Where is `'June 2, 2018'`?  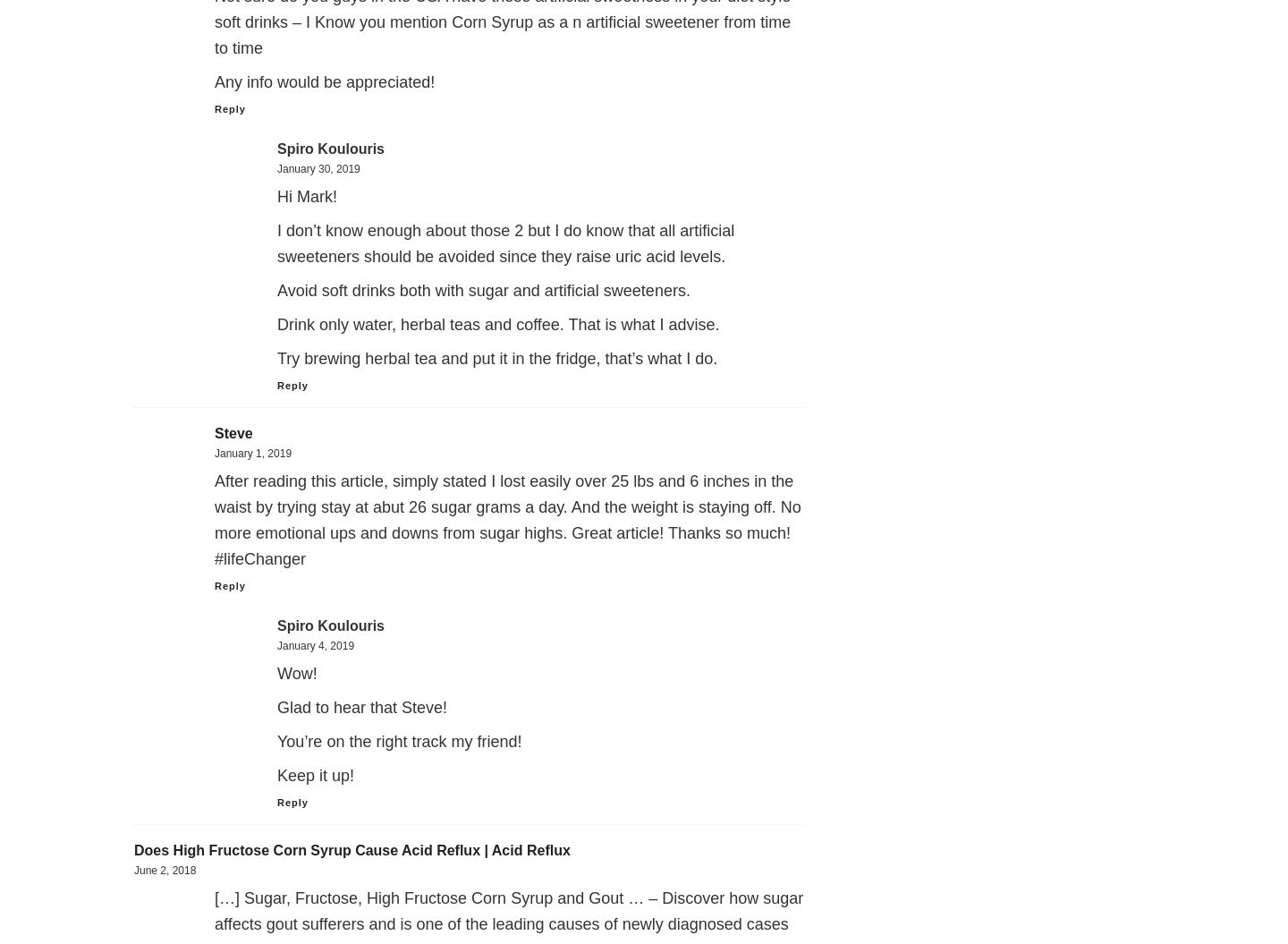
'June 2, 2018' is located at coordinates (165, 871).